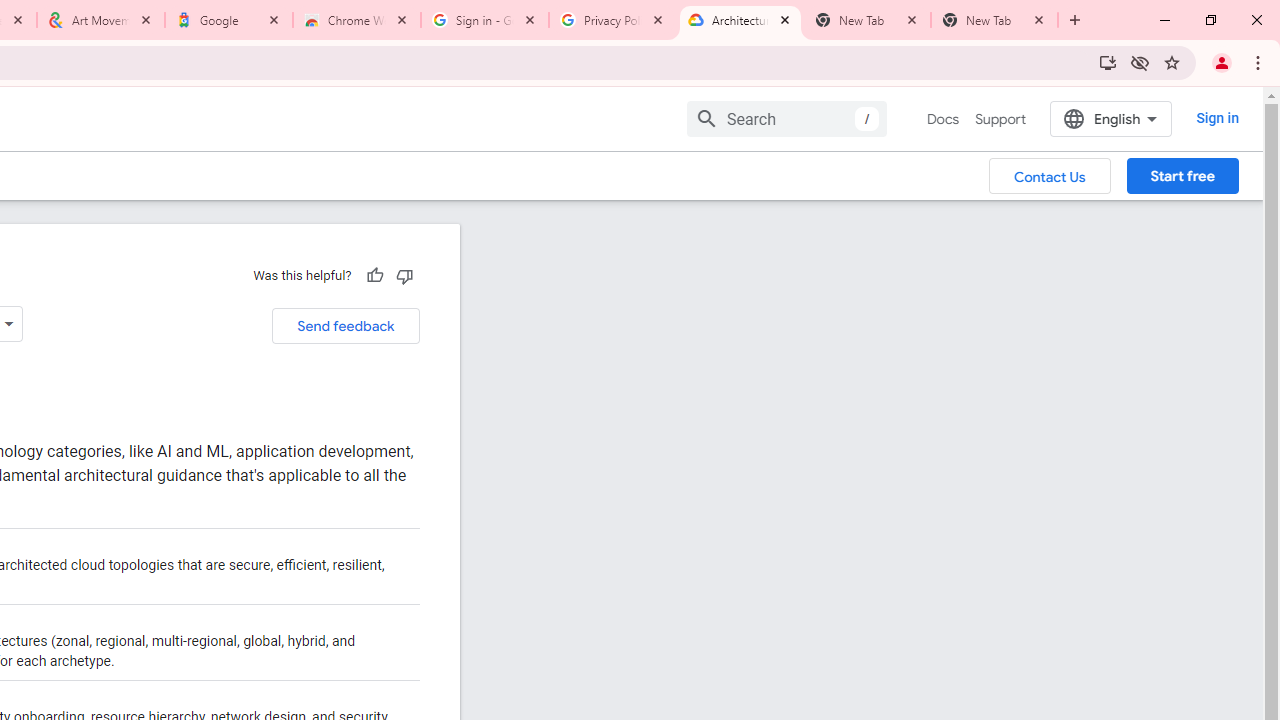  What do you see at coordinates (1106, 61) in the screenshot?
I see `'Install Google Cloud'` at bounding box center [1106, 61].